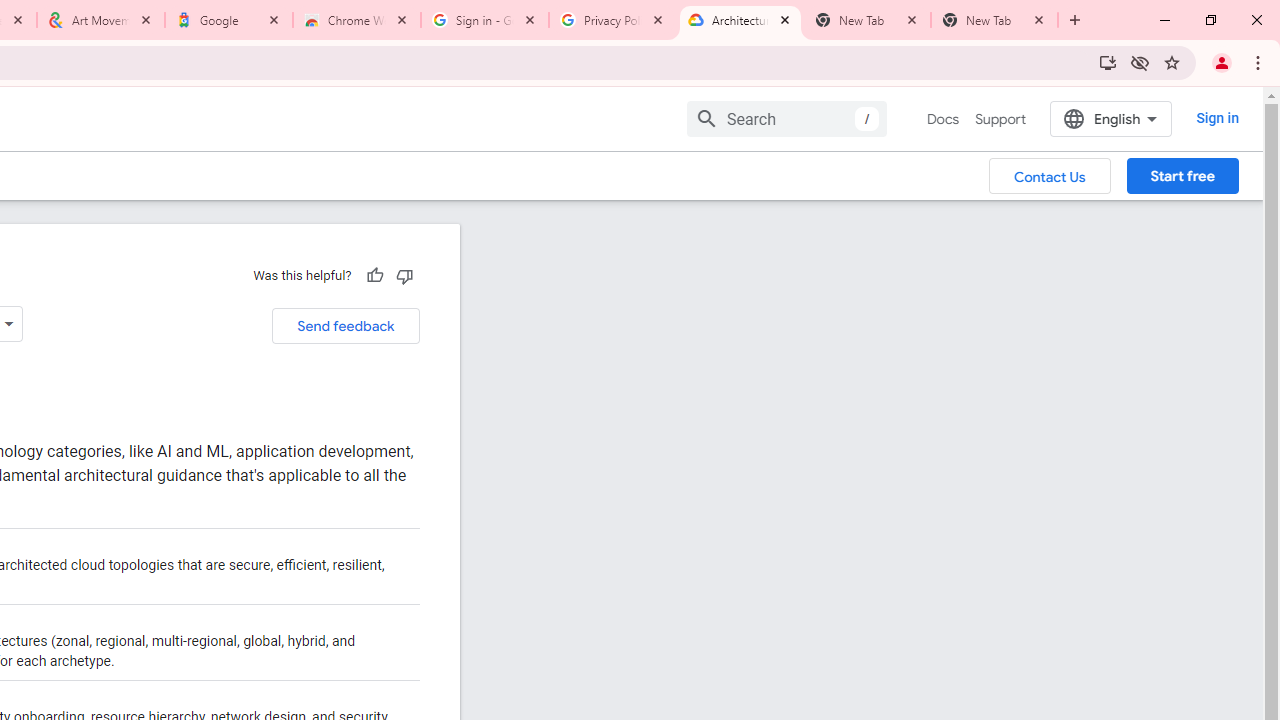  What do you see at coordinates (1106, 61) in the screenshot?
I see `'Install Google Cloud'` at bounding box center [1106, 61].